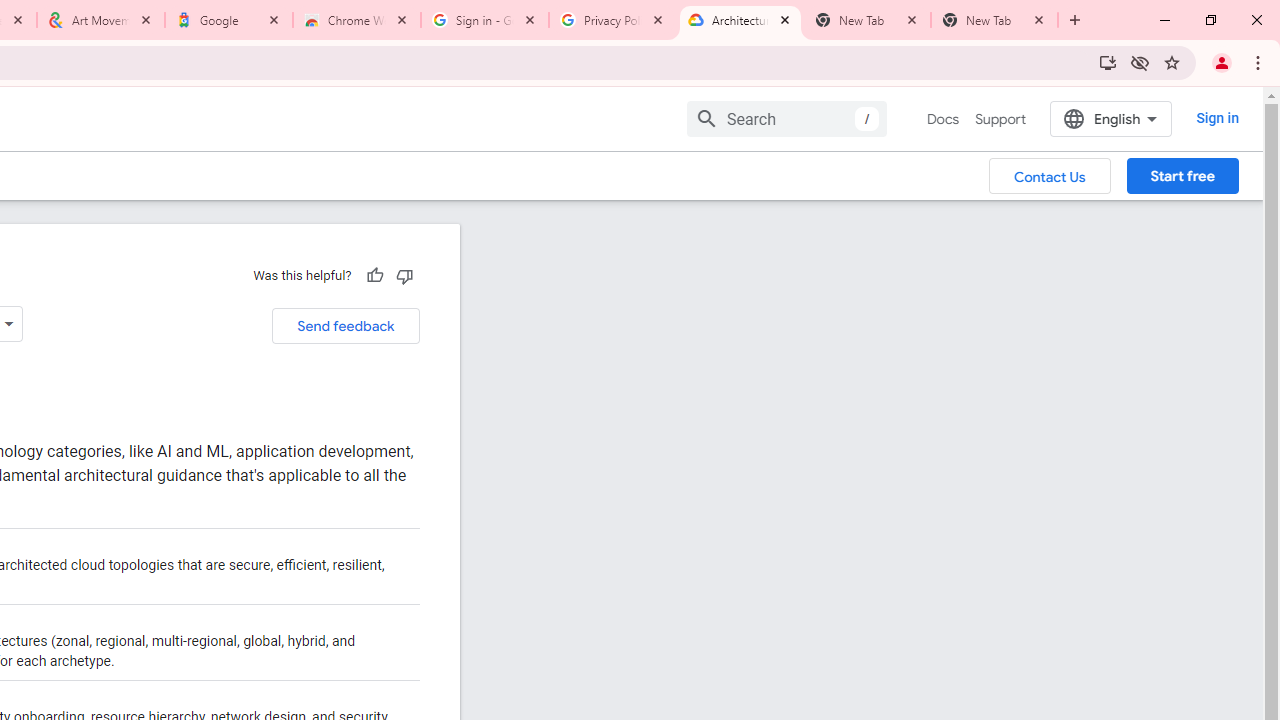  What do you see at coordinates (1106, 61) in the screenshot?
I see `'Install Google Cloud'` at bounding box center [1106, 61].